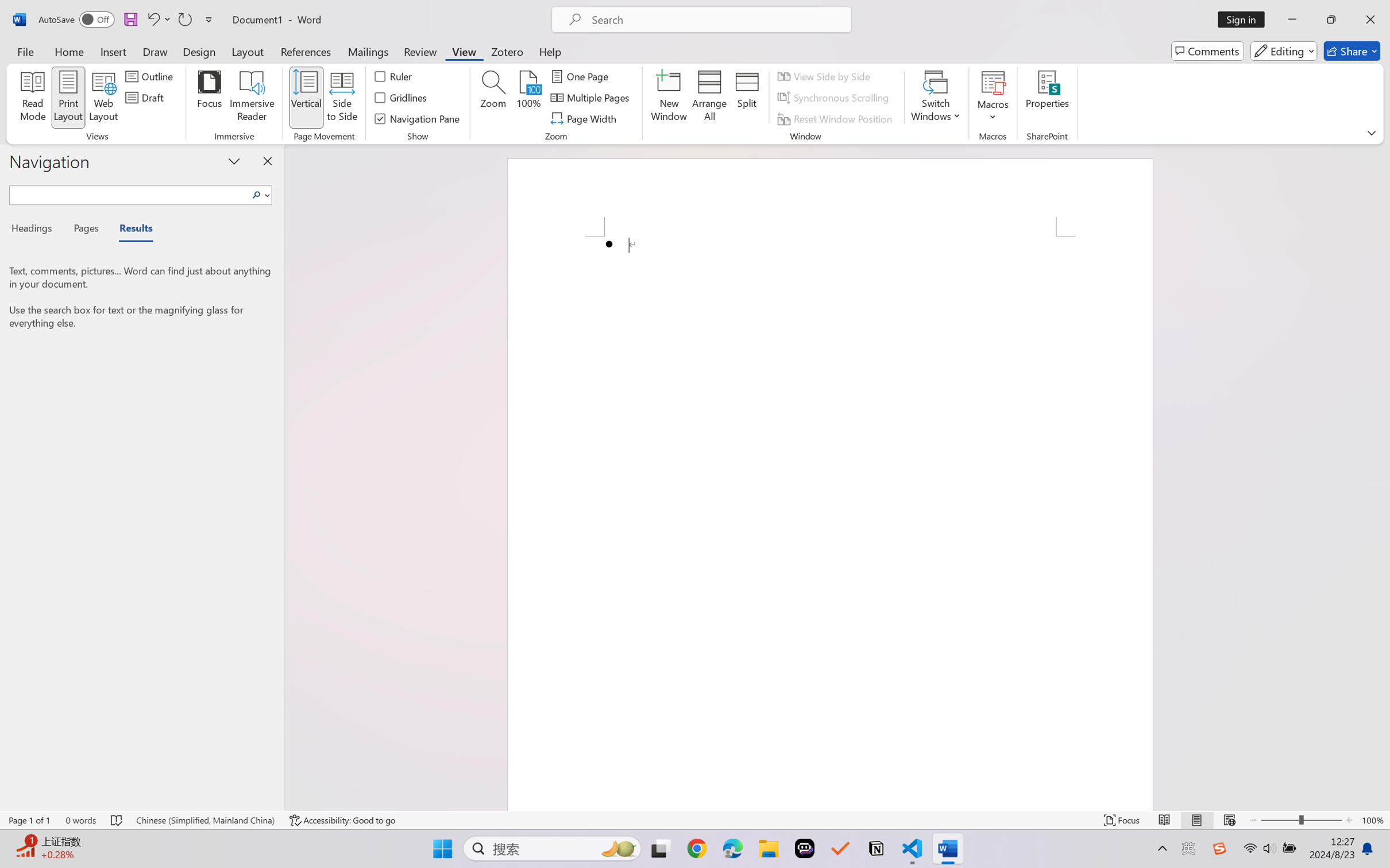 The image size is (1390, 868). What do you see at coordinates (150, 75) in the screenshot?
I see `'Outline'` at bounding box center [150, 75].